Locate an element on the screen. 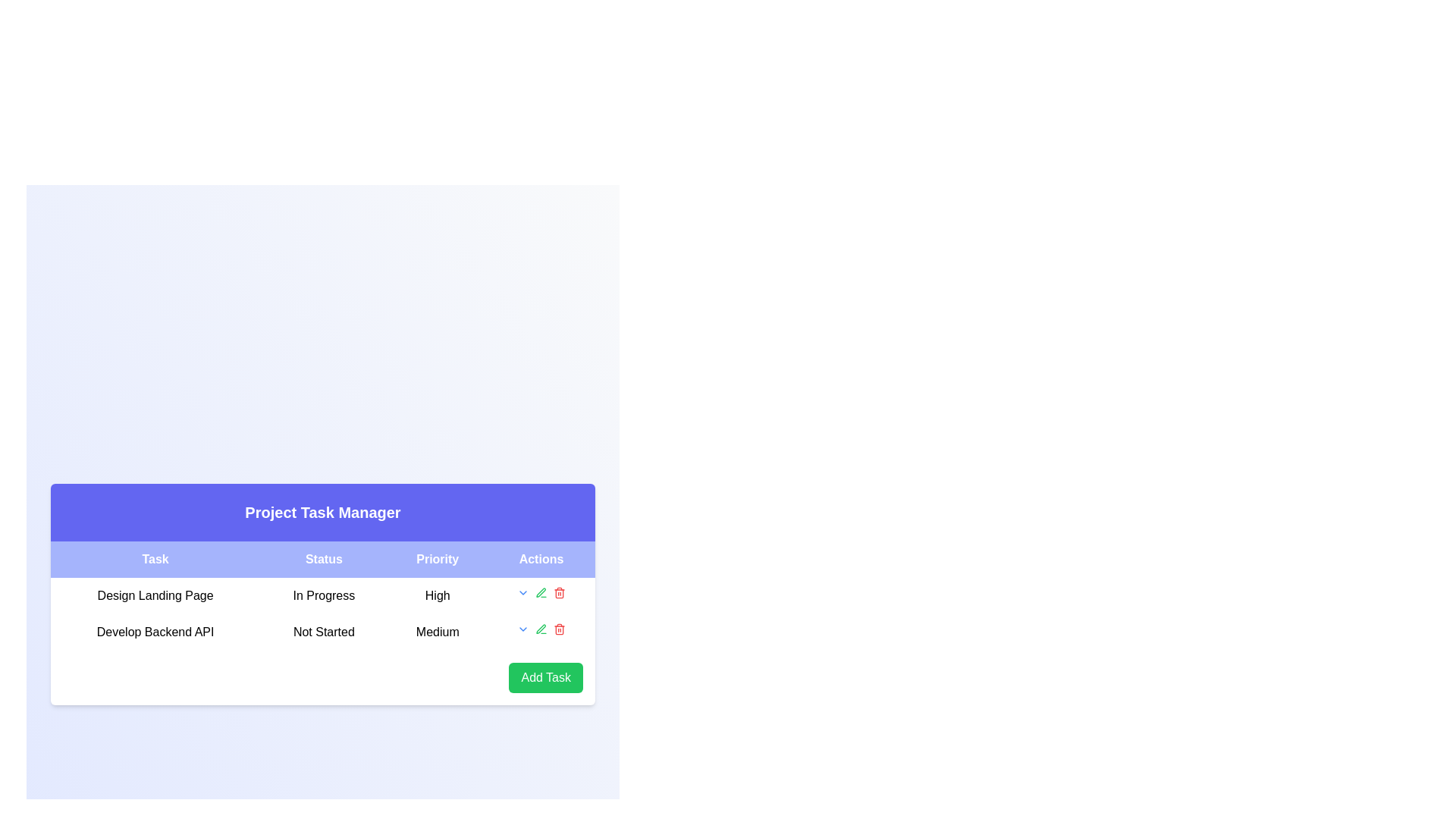 The height and width of the screenshot is (819, 1456). the red trash bin icon located under the 'Actions' column of the second row in the task table is located at coordinates (559, 629).